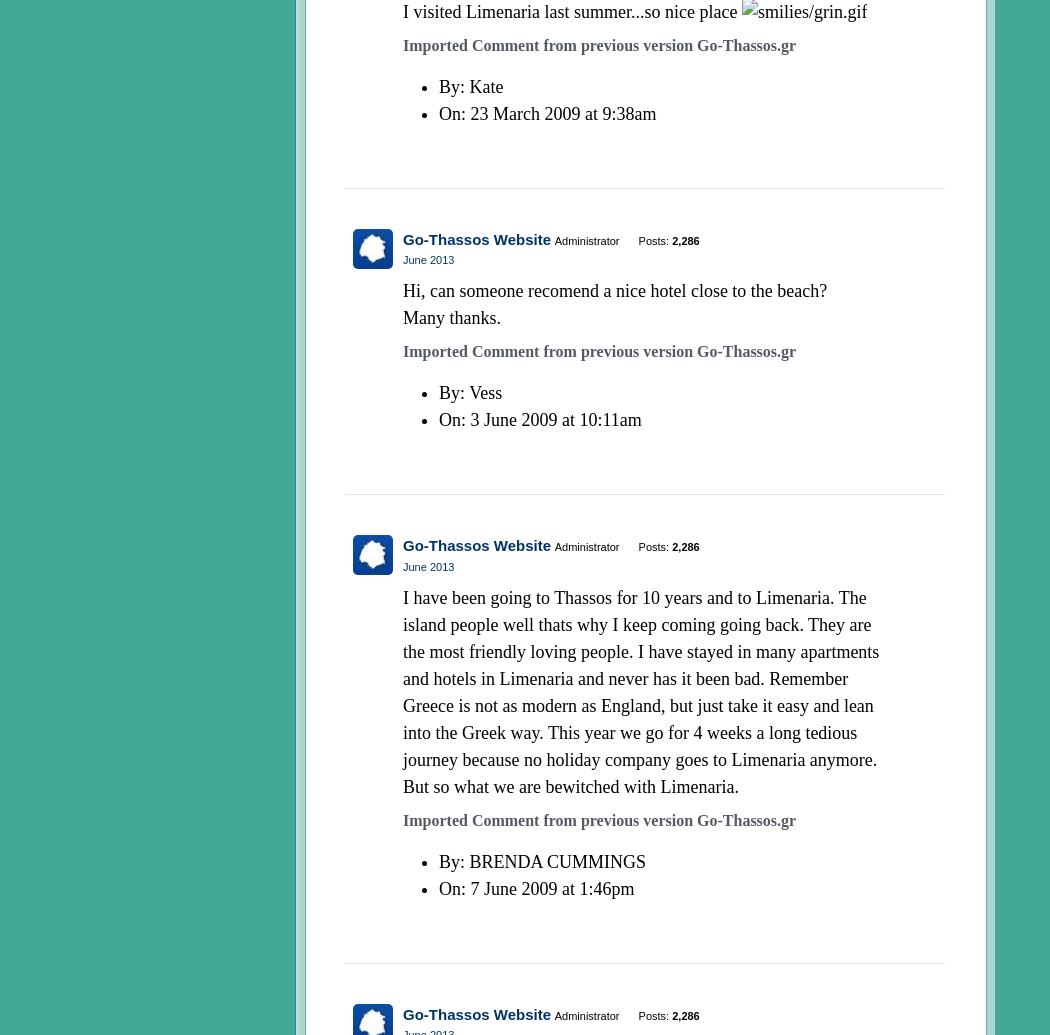 This screenshot has height=1035, width=1050. Describe the element at coordinates (402, 12) in the screenshot. I see `'I visited Limenaria last summer...so nice place'` at that location.